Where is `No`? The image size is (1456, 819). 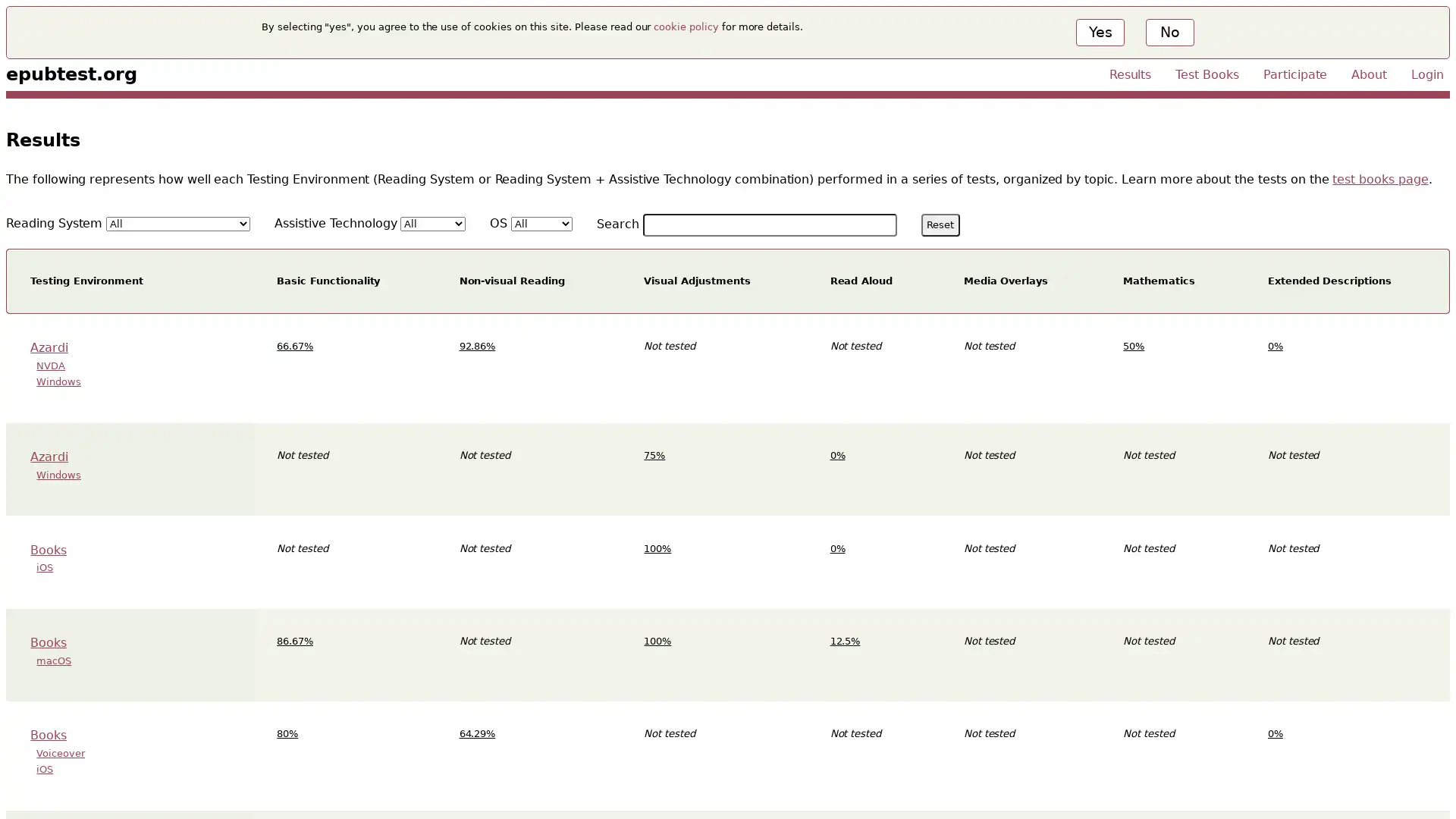
No is located at coordinates (1168, 32).